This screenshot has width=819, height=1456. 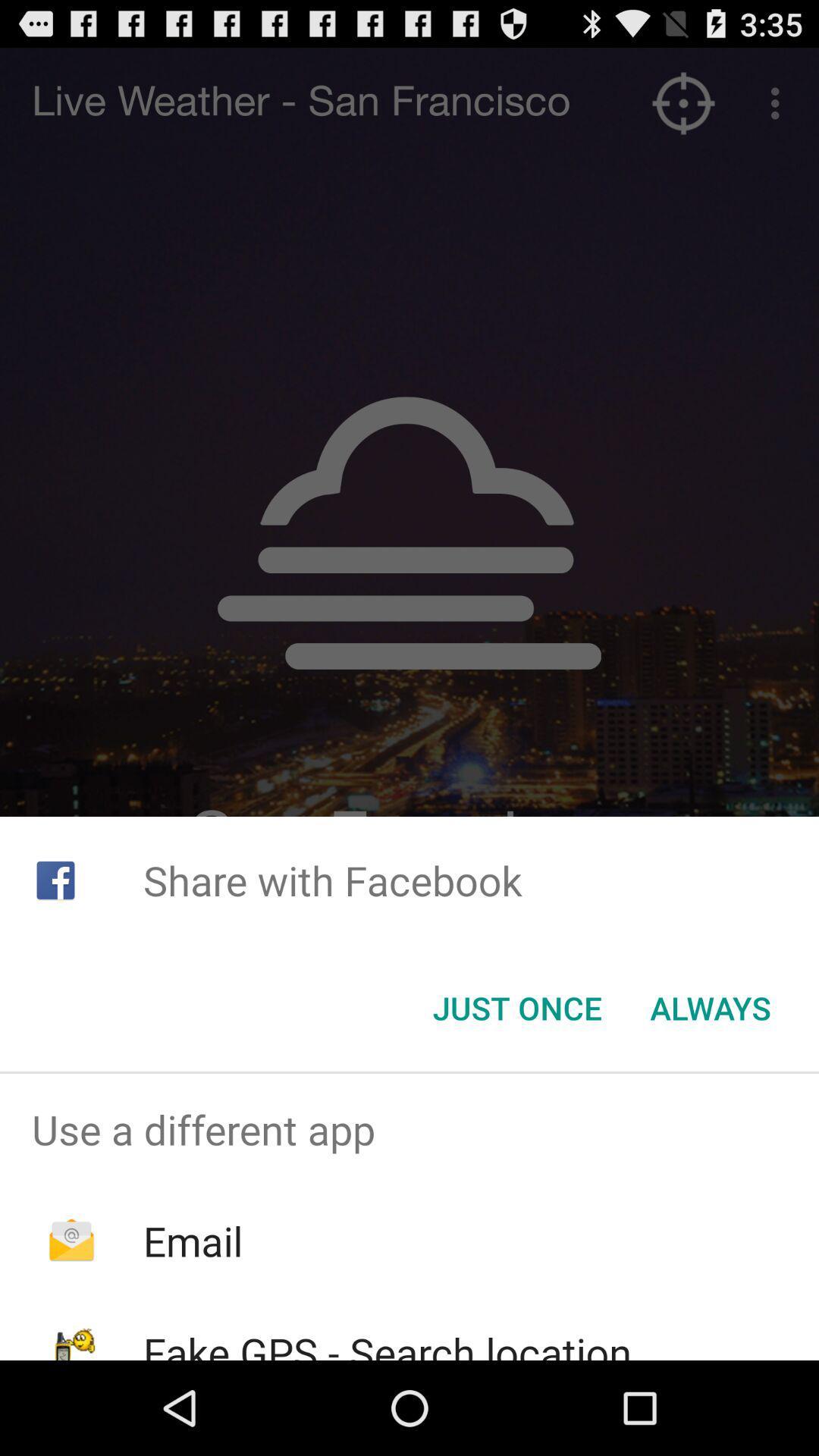 I want to click on item above the fake gps search app, so click(x=192, y=1241).